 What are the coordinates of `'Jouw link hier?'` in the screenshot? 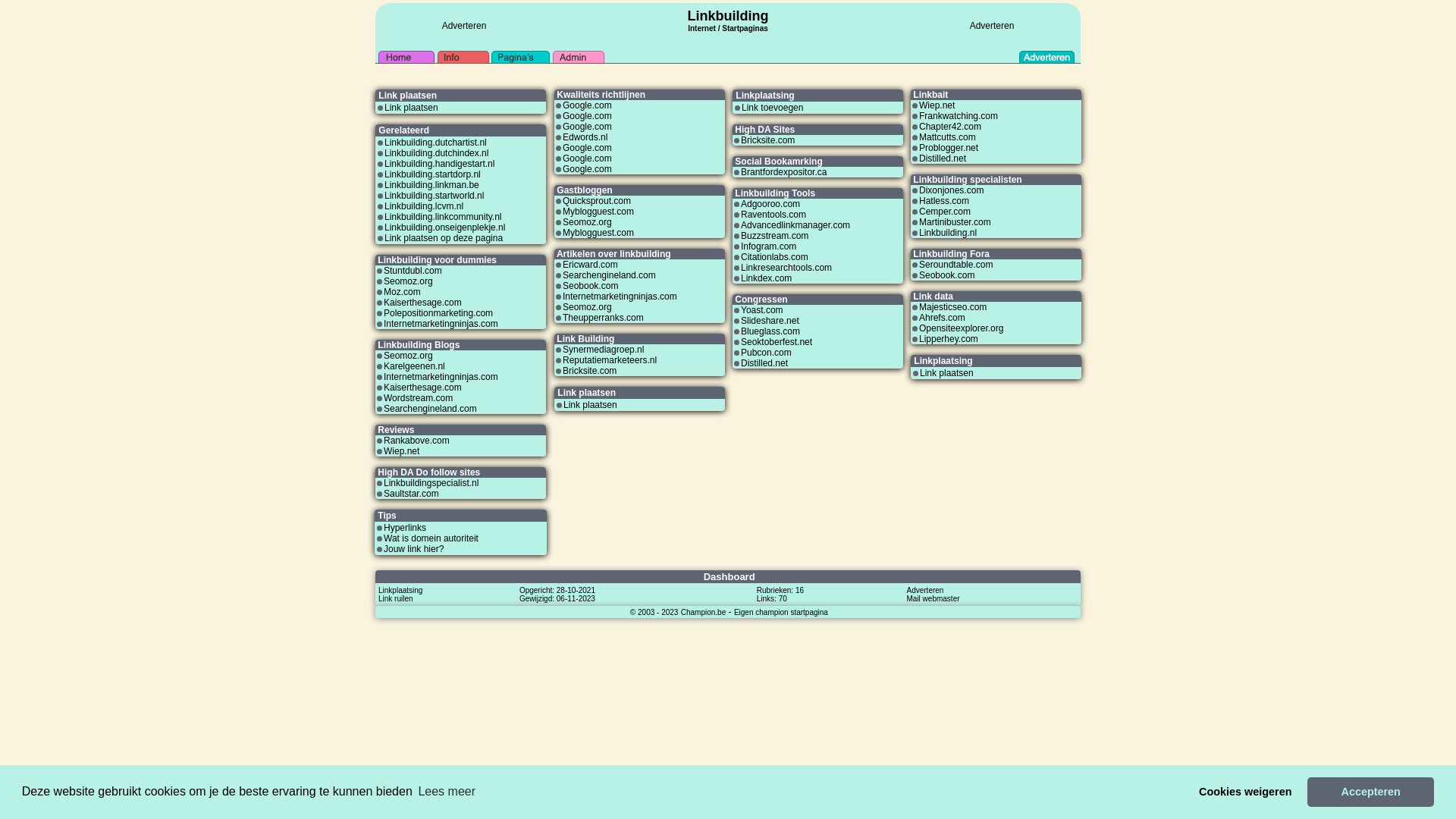 It's located at (413, 549).